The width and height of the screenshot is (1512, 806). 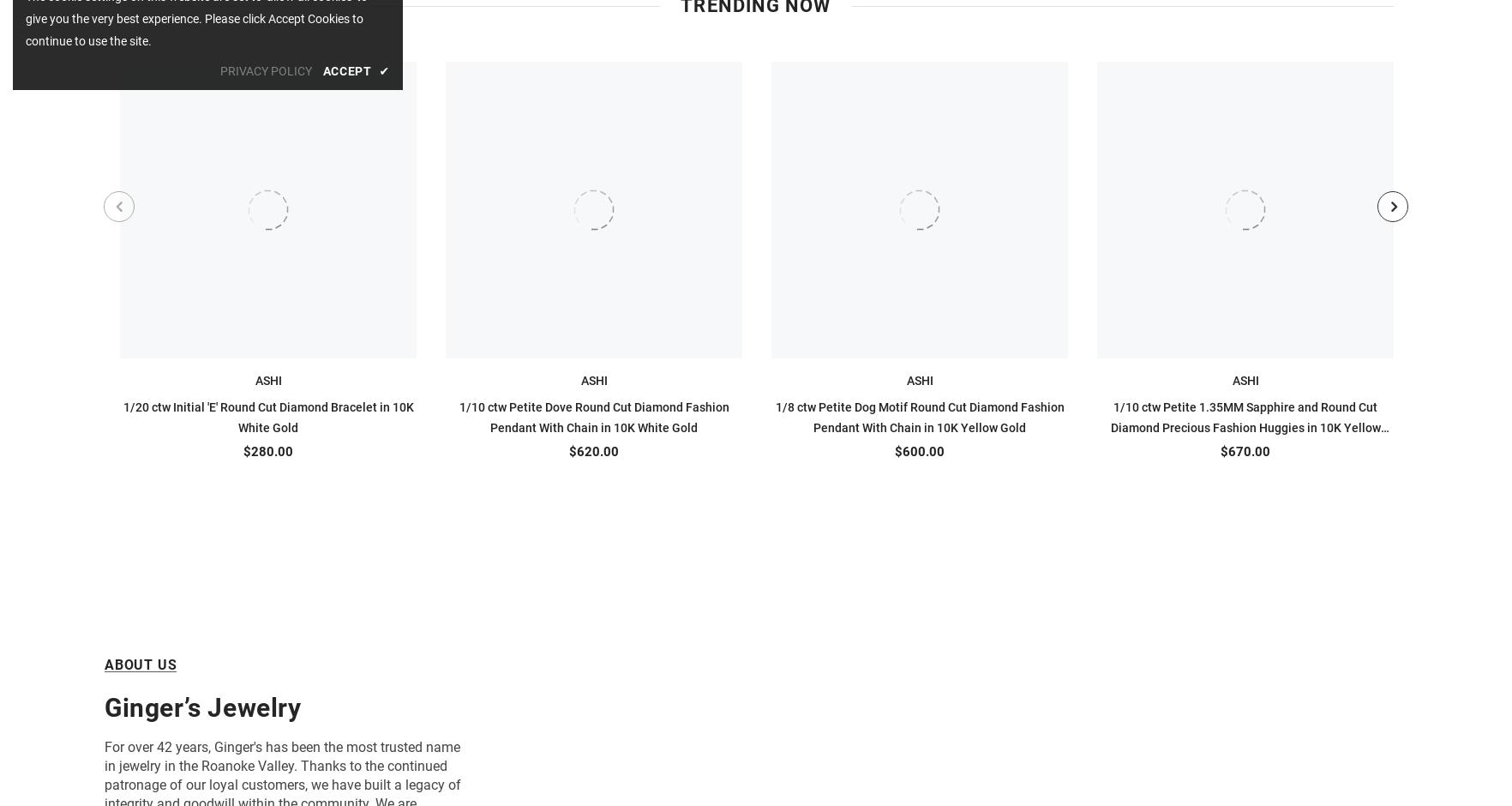 I want to click on '1/8 ctw Petite Dog Motif Round Cut Diamond Fashion Pendant With Chain in 10K Yellow Gold', so click(x=775, y=416).